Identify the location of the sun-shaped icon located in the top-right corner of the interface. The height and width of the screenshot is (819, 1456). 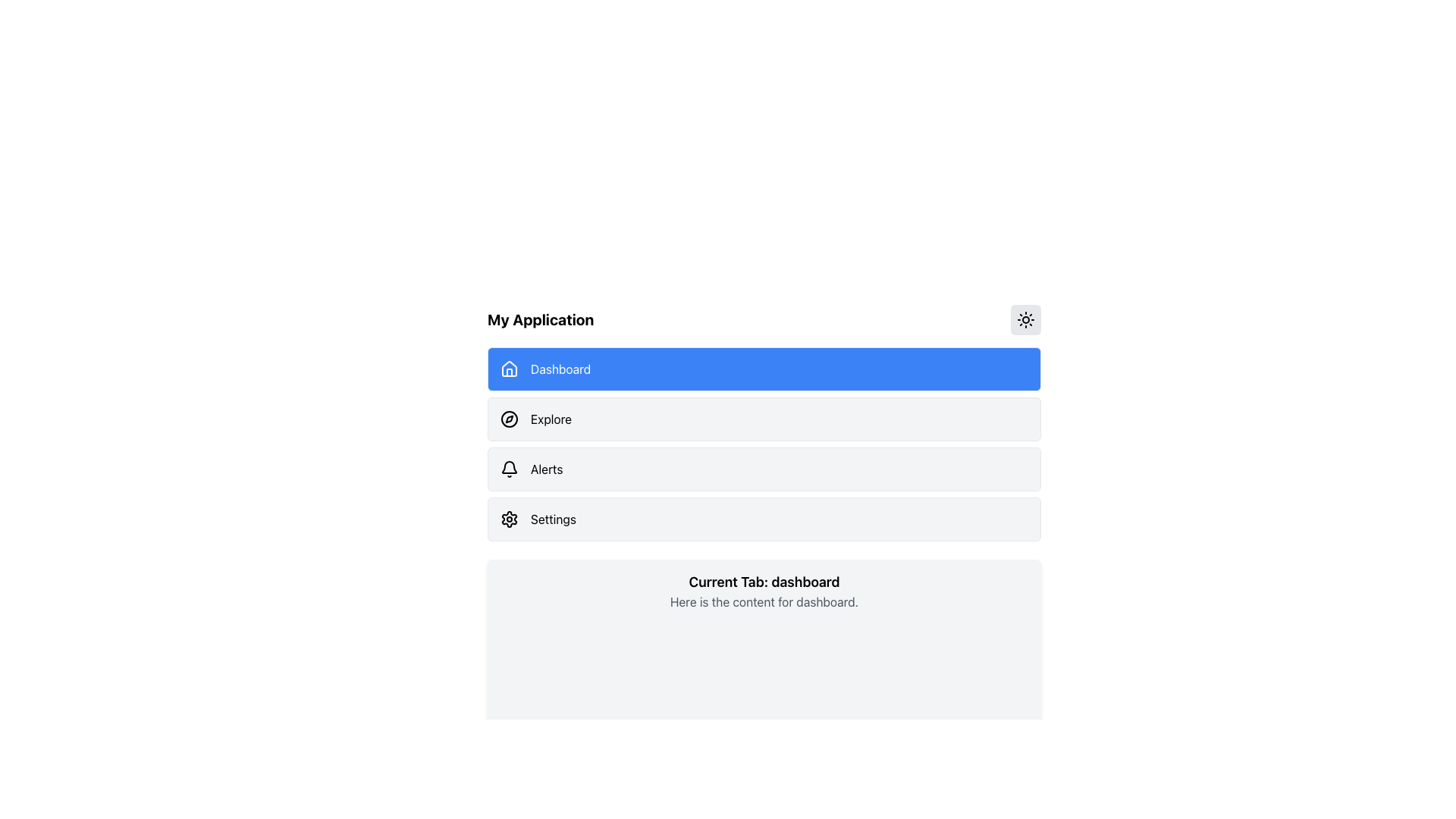
(1026, 318).